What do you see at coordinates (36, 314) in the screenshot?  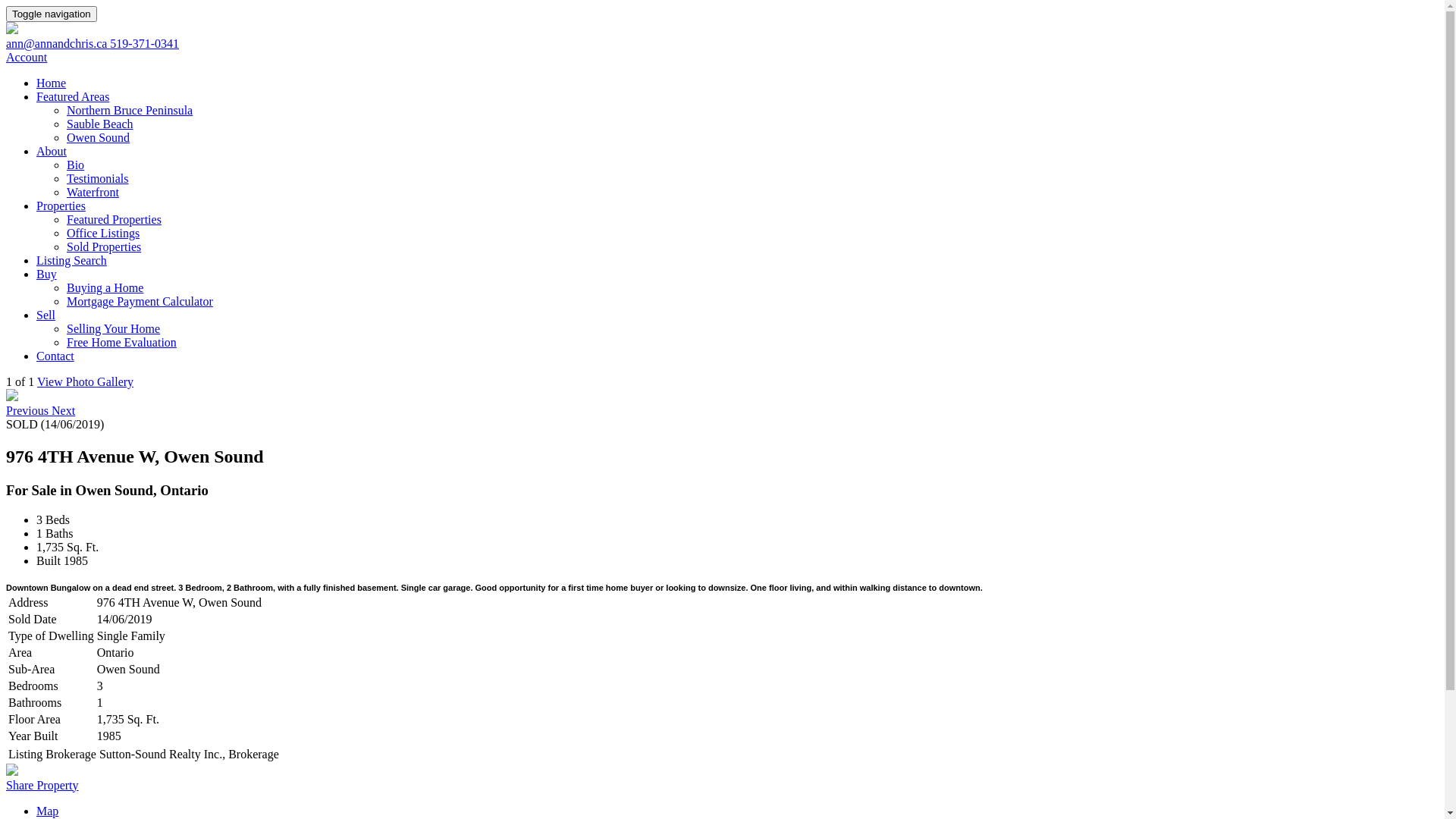 I see `'Sell'` at bounding box center [36, 314].